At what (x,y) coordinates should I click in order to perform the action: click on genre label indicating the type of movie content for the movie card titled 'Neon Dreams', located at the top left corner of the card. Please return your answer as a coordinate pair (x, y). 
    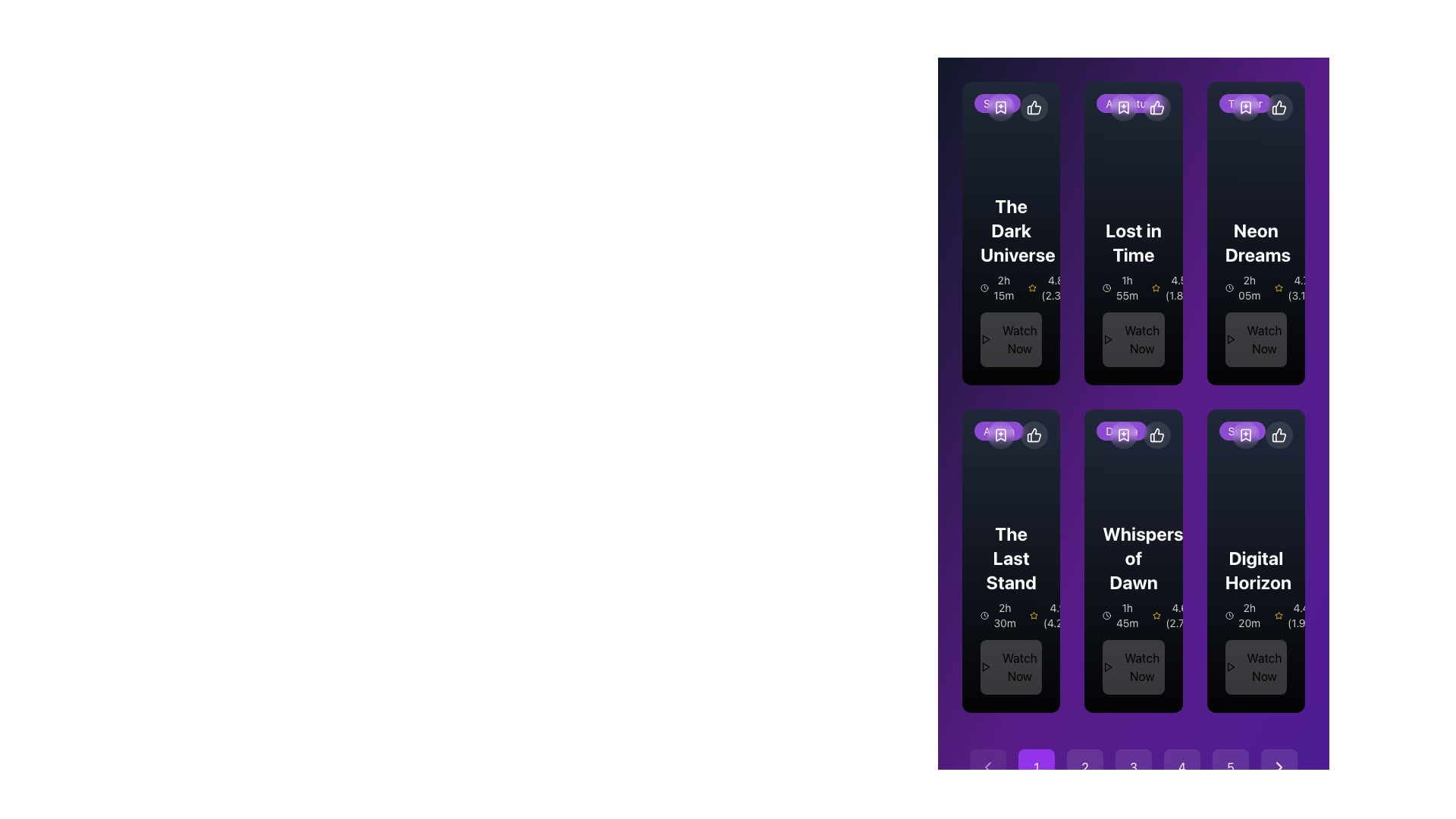
    Looking at the image, I should click on (1245, 102).